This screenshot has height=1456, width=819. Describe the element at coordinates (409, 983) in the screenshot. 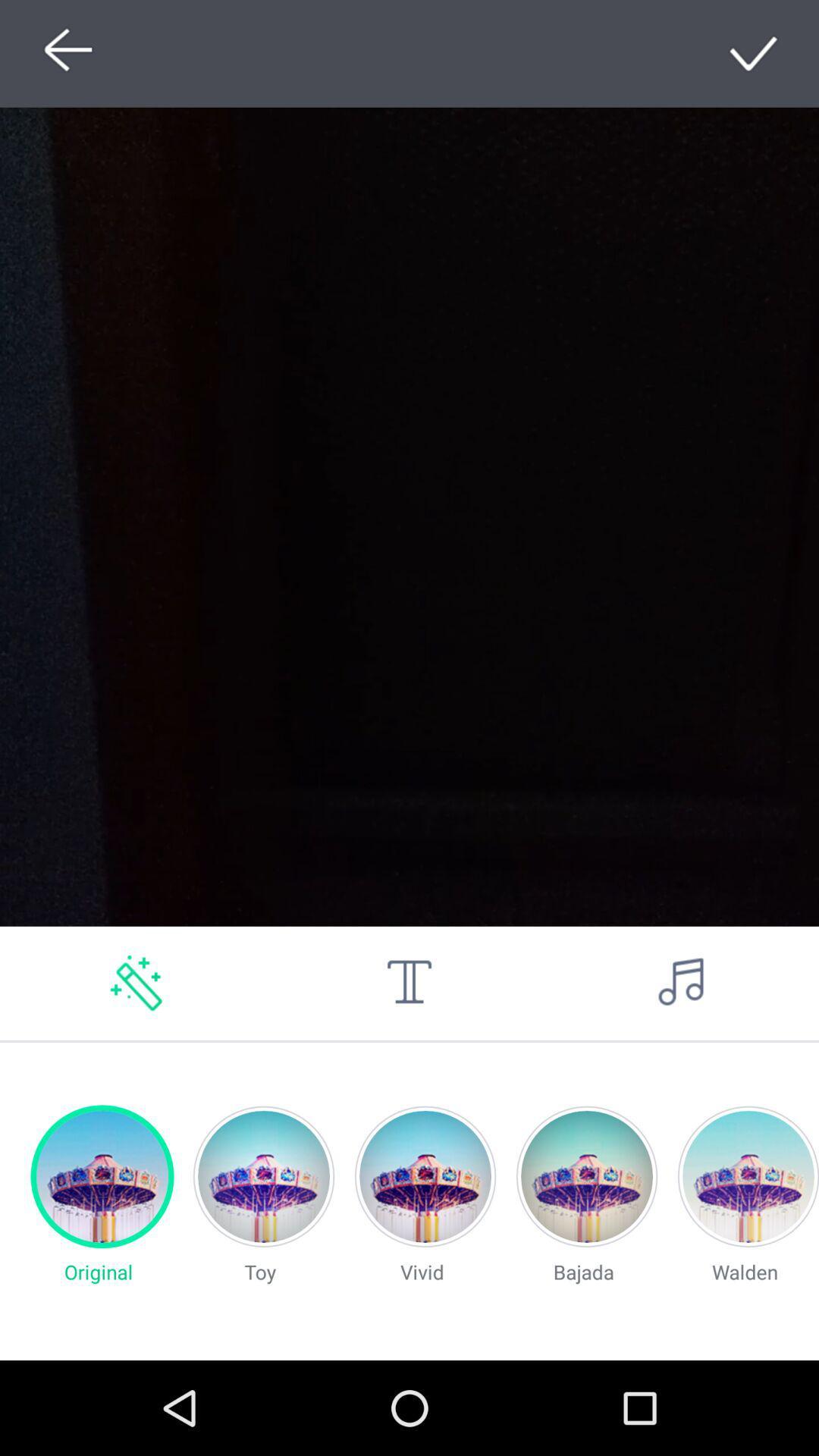

I see `edit language` at that location.